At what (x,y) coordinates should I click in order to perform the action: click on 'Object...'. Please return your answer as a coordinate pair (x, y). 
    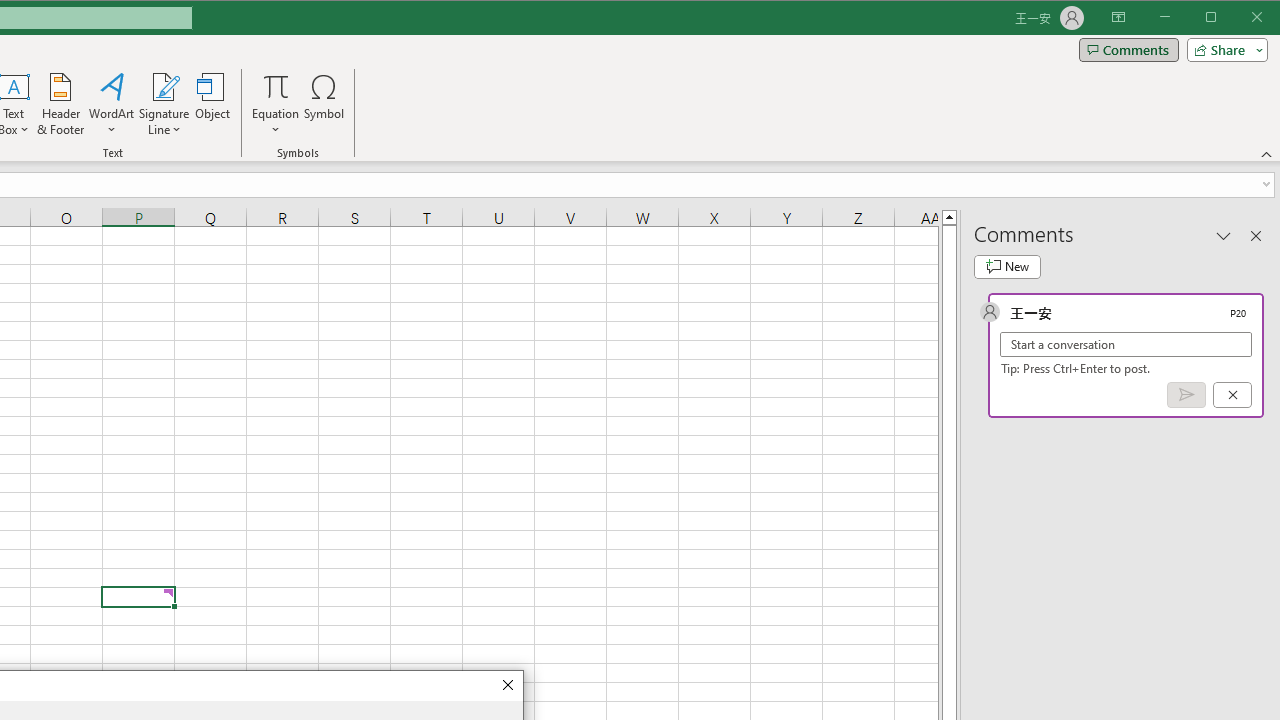
    Looking at the image, I should click on (213, 104).